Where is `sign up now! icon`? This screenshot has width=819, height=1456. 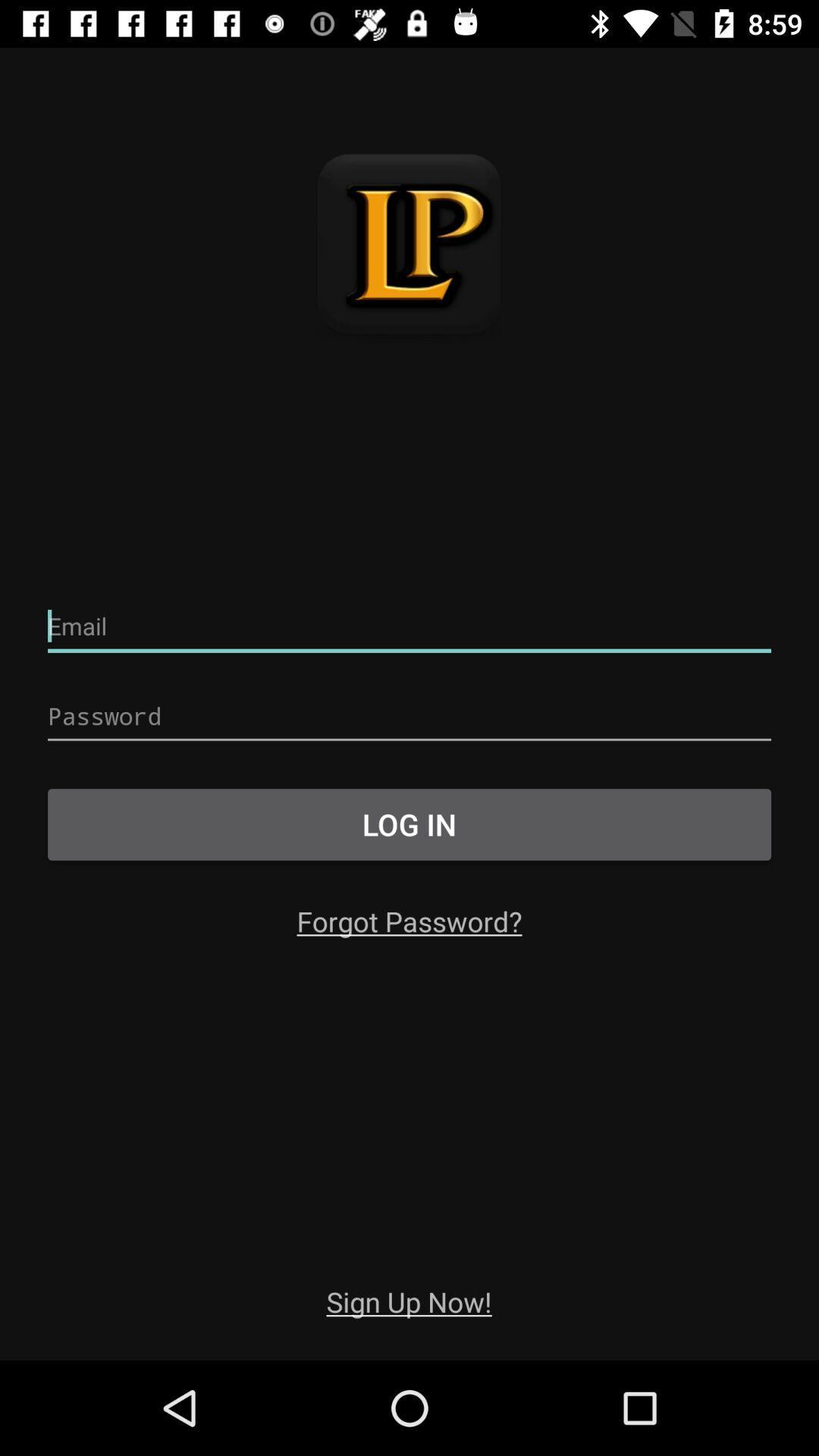
sign up now! icon is located at coordinates (408, 1301).